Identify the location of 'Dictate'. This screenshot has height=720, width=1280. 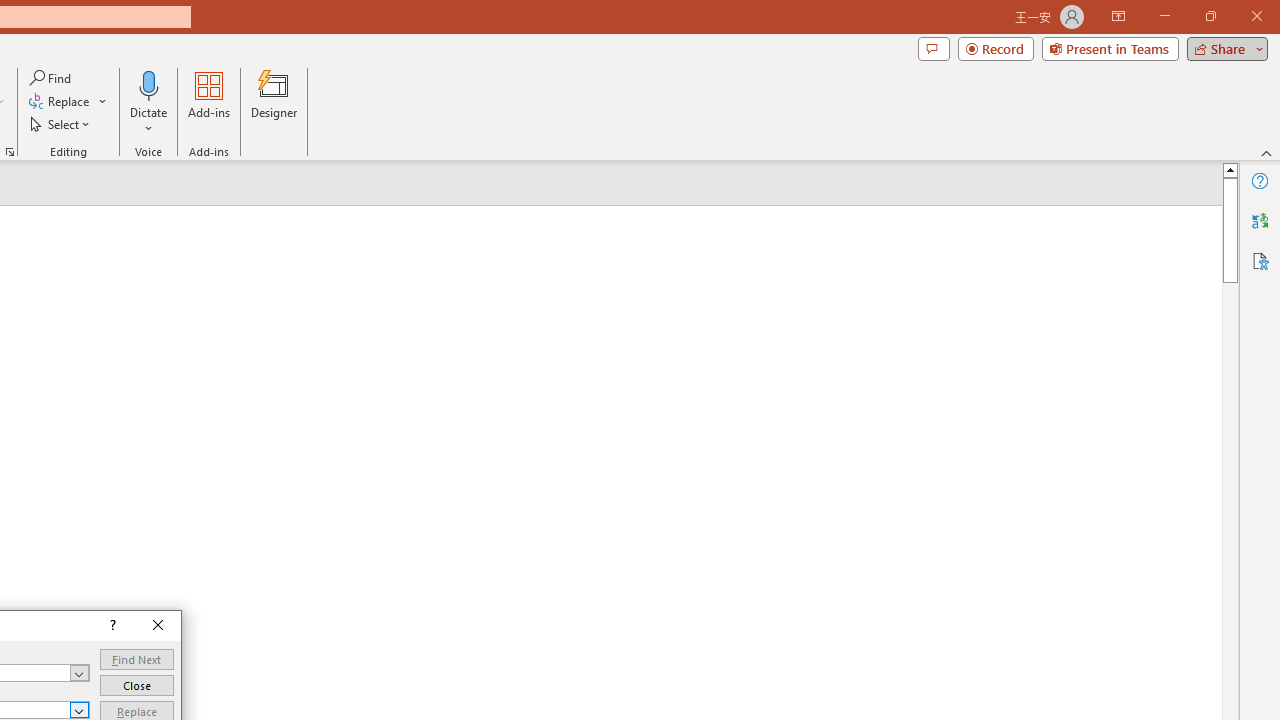
(148, 103).